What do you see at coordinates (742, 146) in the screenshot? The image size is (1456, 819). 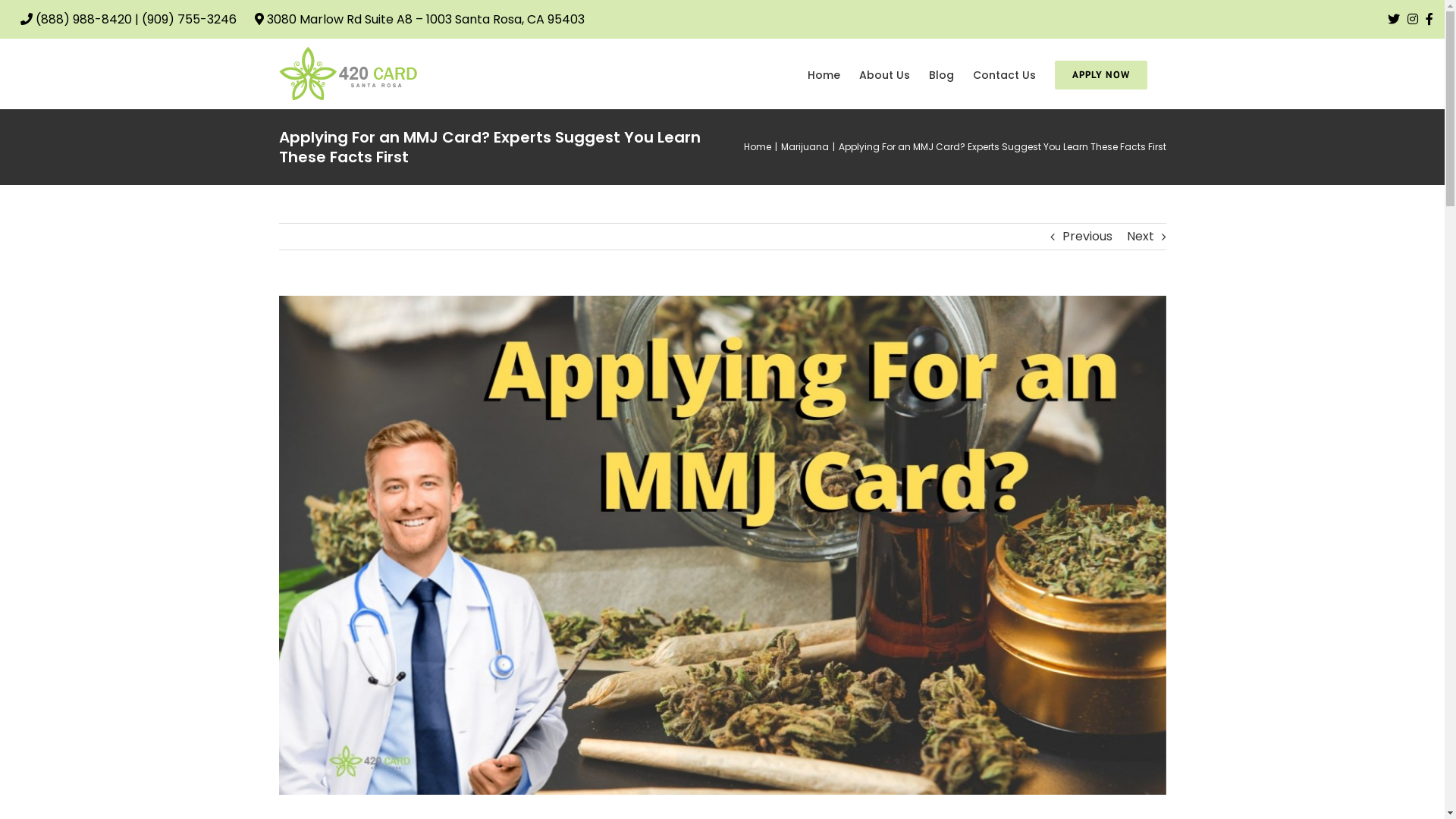 I see `'Home'` at bounding box center [742, 146].